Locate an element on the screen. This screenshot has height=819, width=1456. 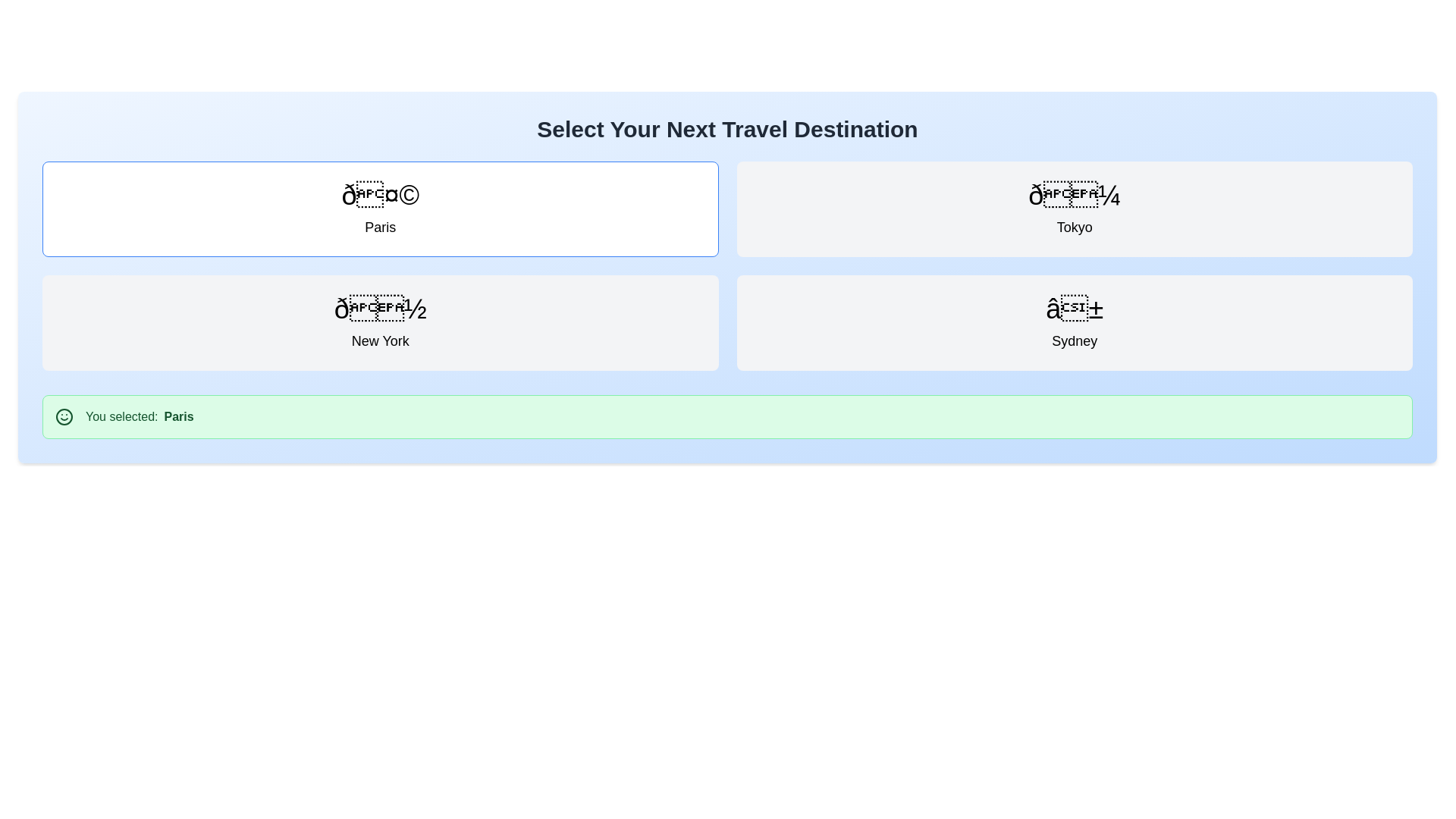
the first card component styled as a button in the top-left corner of the 2x2 grid layout is located at coordinates (380, 209).